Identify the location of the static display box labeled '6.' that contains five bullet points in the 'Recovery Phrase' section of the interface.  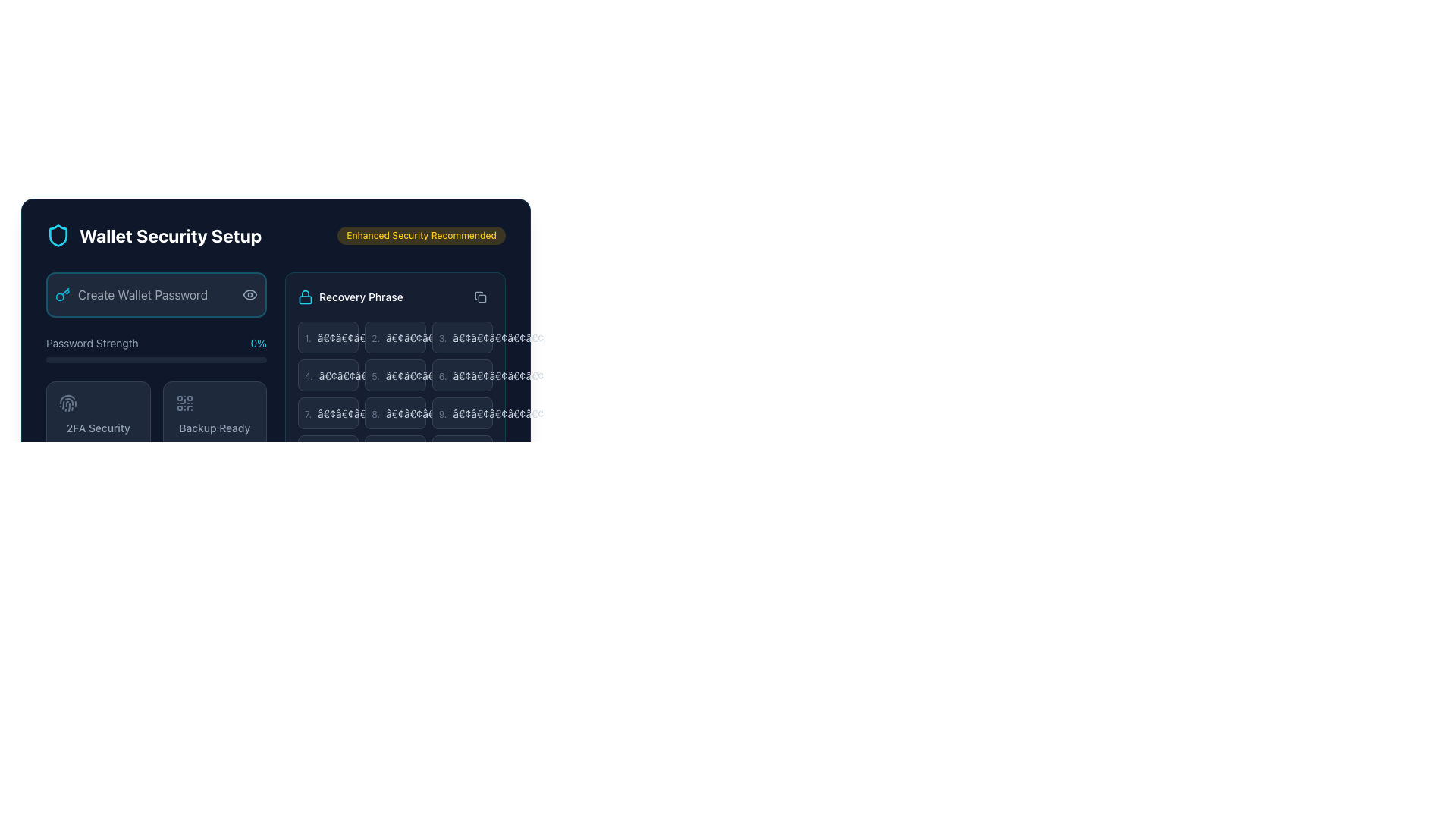
(461, 375).